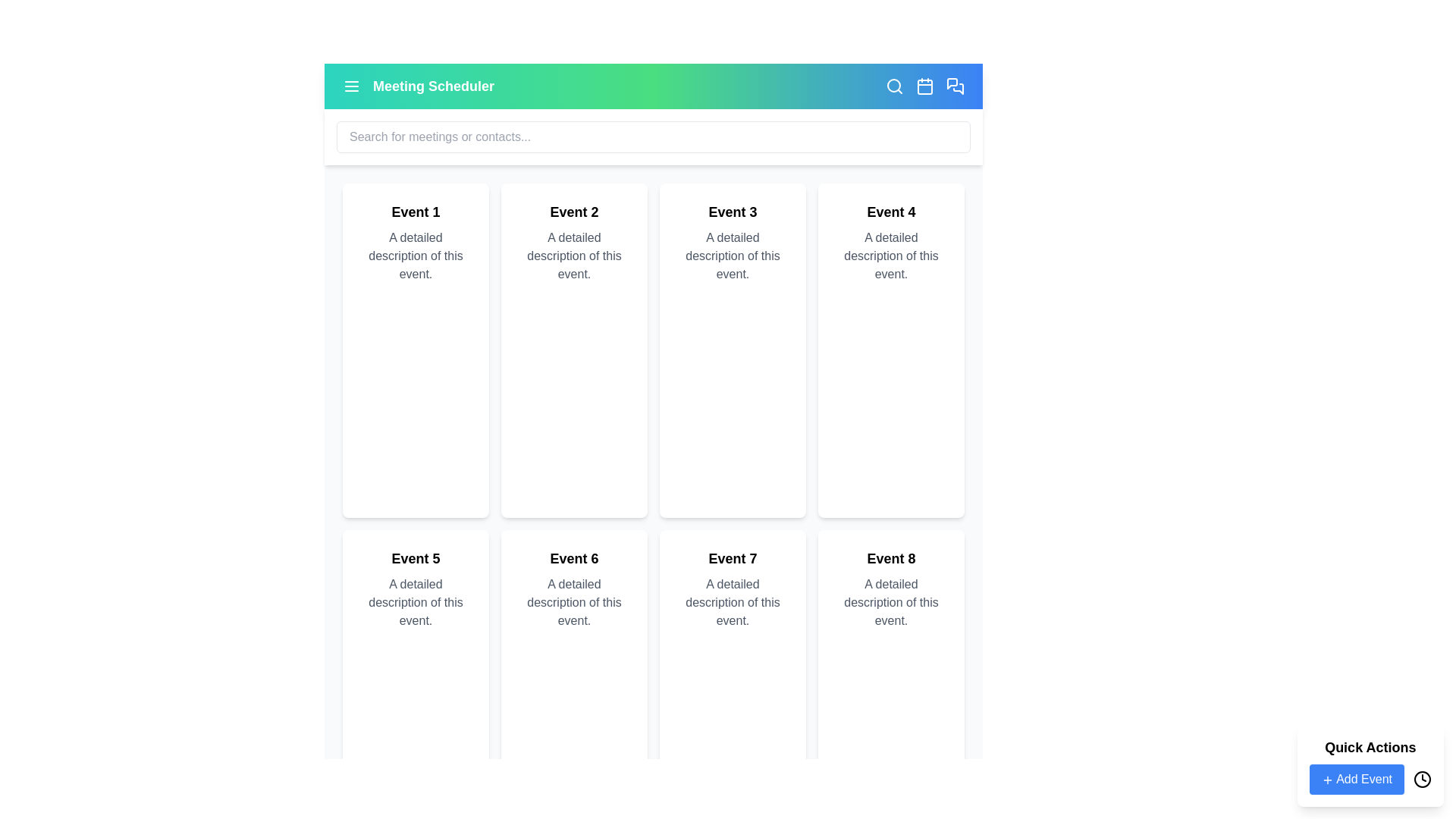  I want to click on title label of the event card located in the second row and third column of the grid layout, positioned above the descriptive paragraph, so click(573, 558).